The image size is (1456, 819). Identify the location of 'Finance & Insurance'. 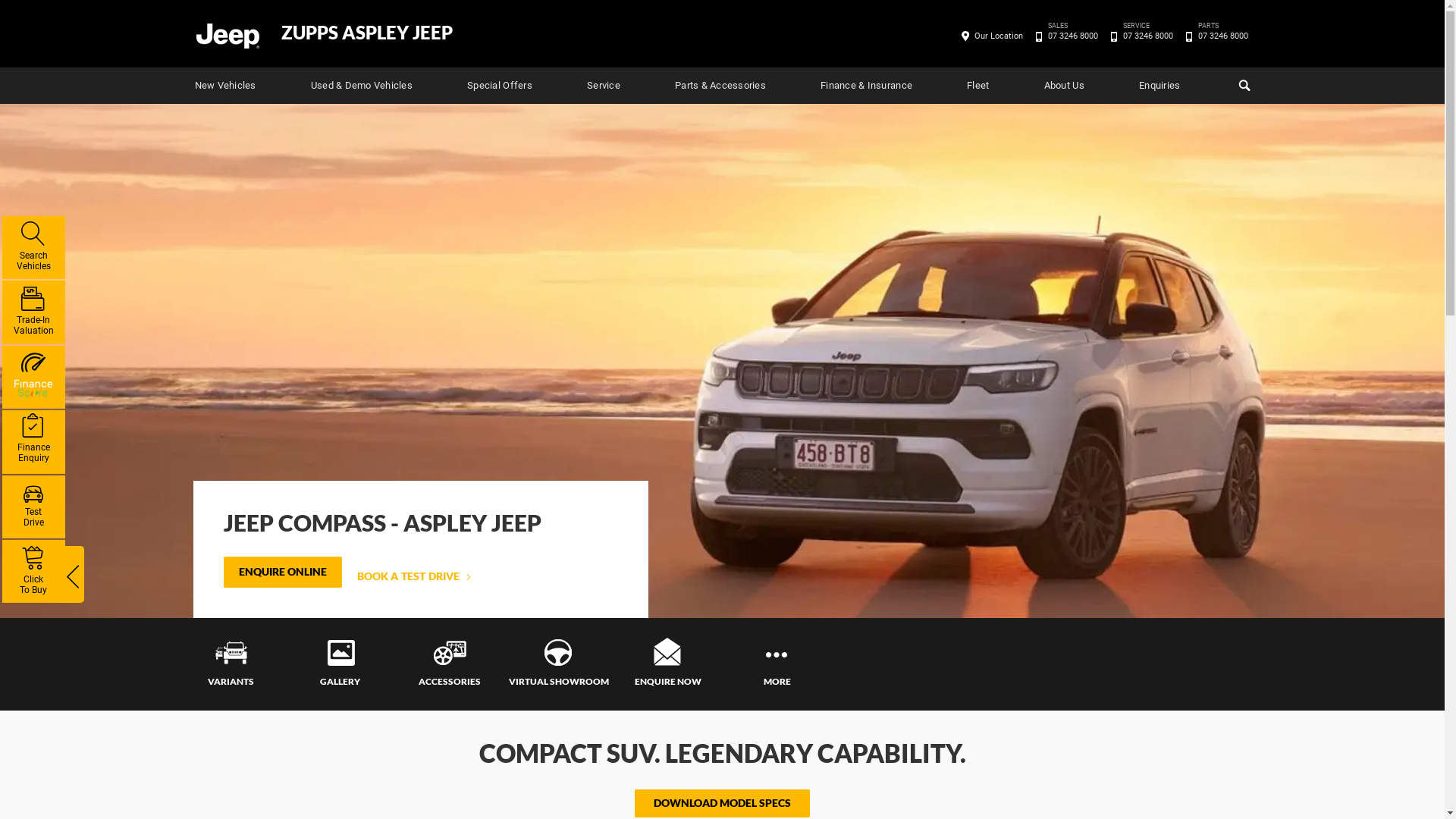
(866, 85).